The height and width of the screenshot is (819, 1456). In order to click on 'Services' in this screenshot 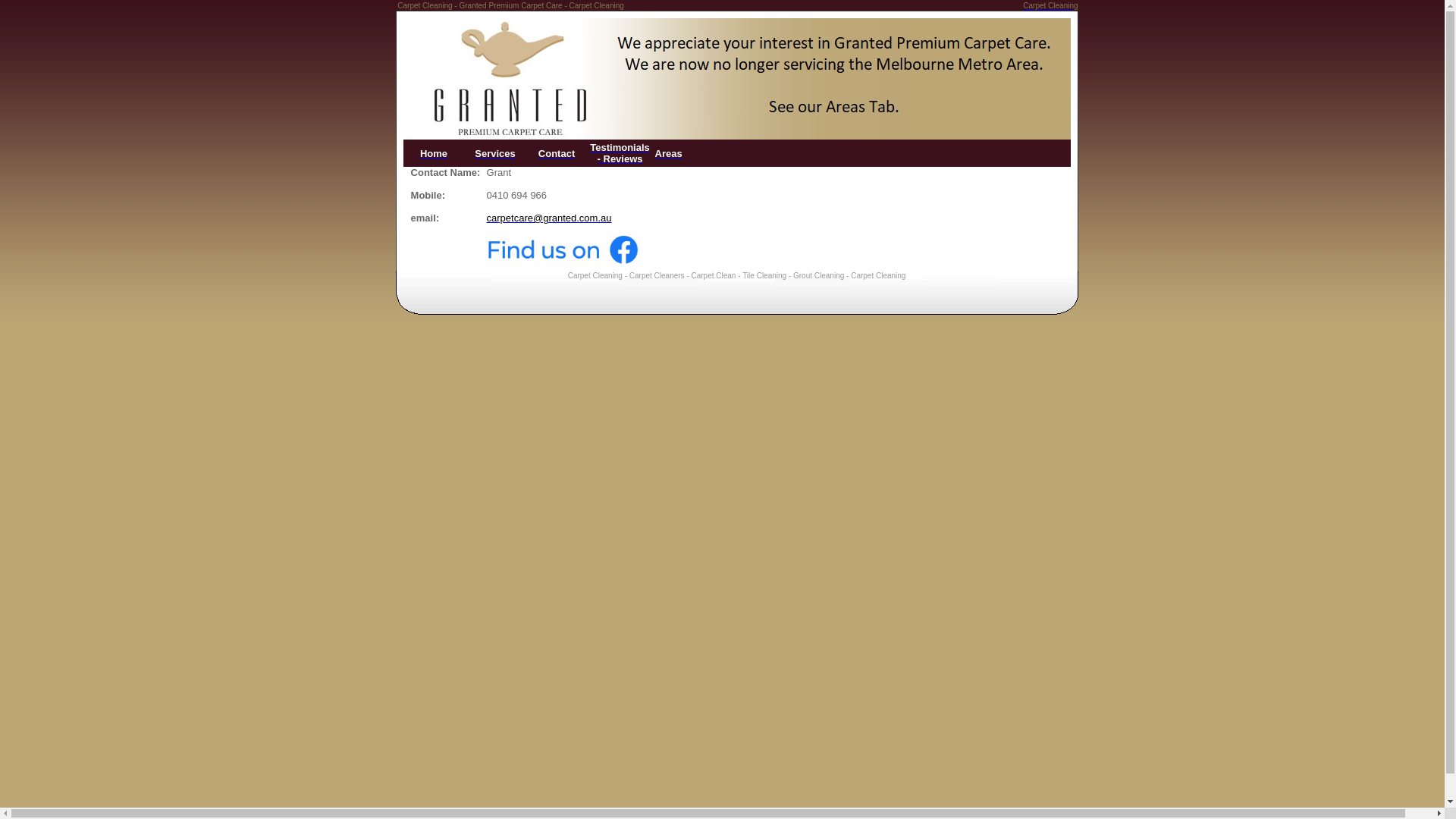, I will do `click(494, 152)`.